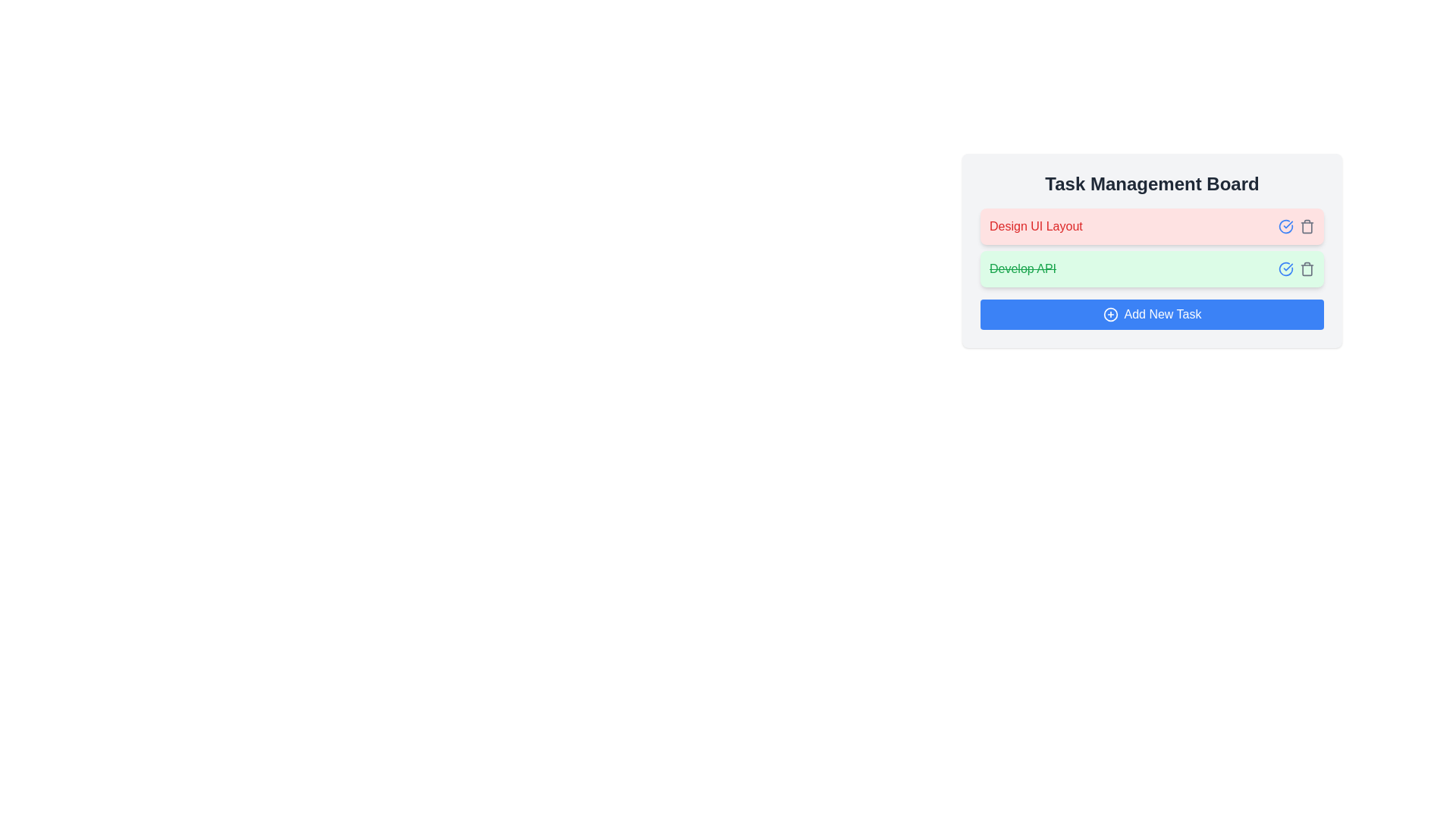  Describe the element at coordinates (1295, 227) in the screenshot. I see `the blue circular checkmark icon in the top-right corner of the 'Design UI Layout' task card` at that location.